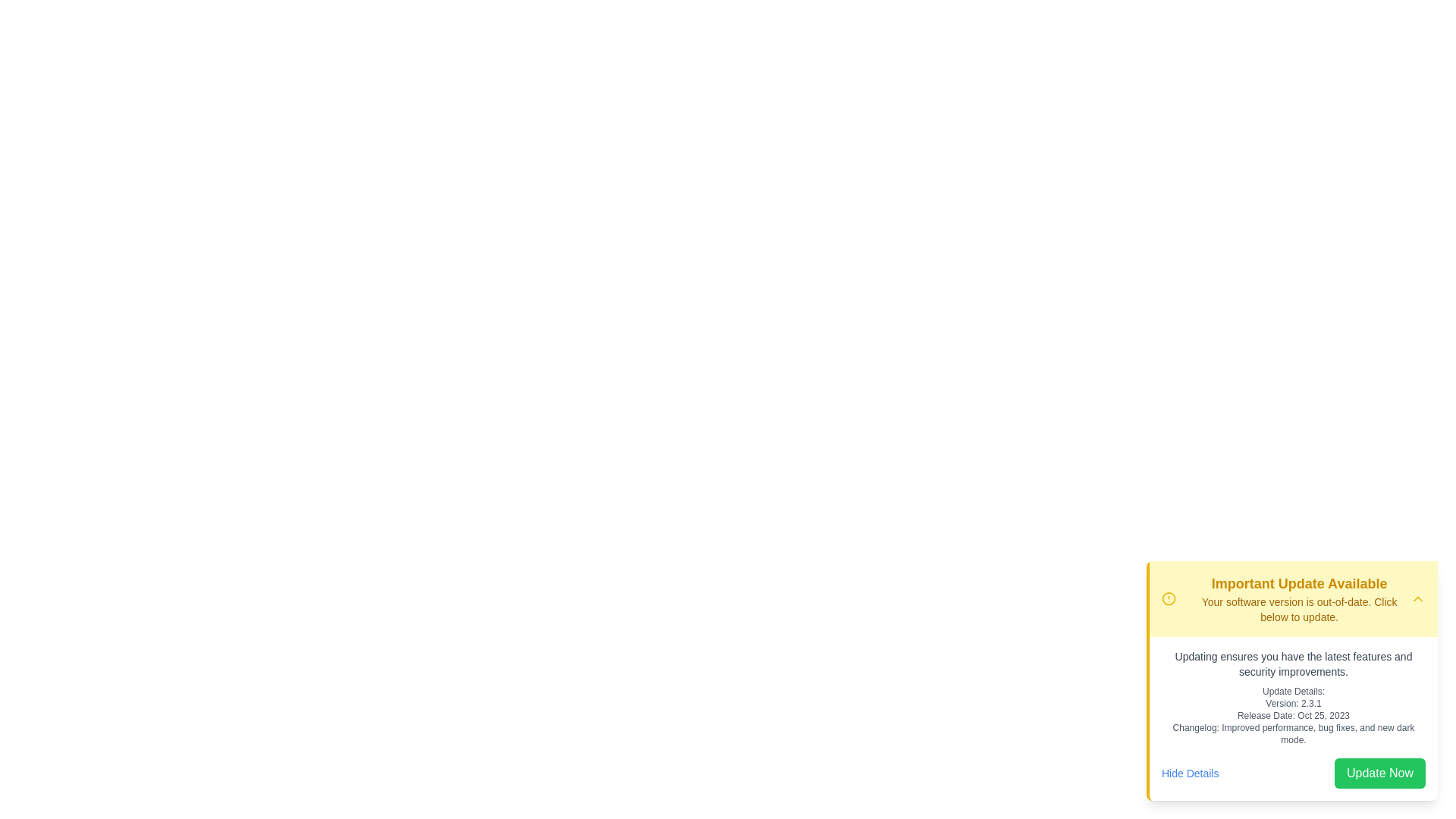 The height and width of the screenshot is (819, 1456). What do you see at coordinates (1379, 773) in the screenshot?
I see `the call-to-action button located at the bottom right corner of the notification box to initiate the update process` at bounding box center [1379, 773].